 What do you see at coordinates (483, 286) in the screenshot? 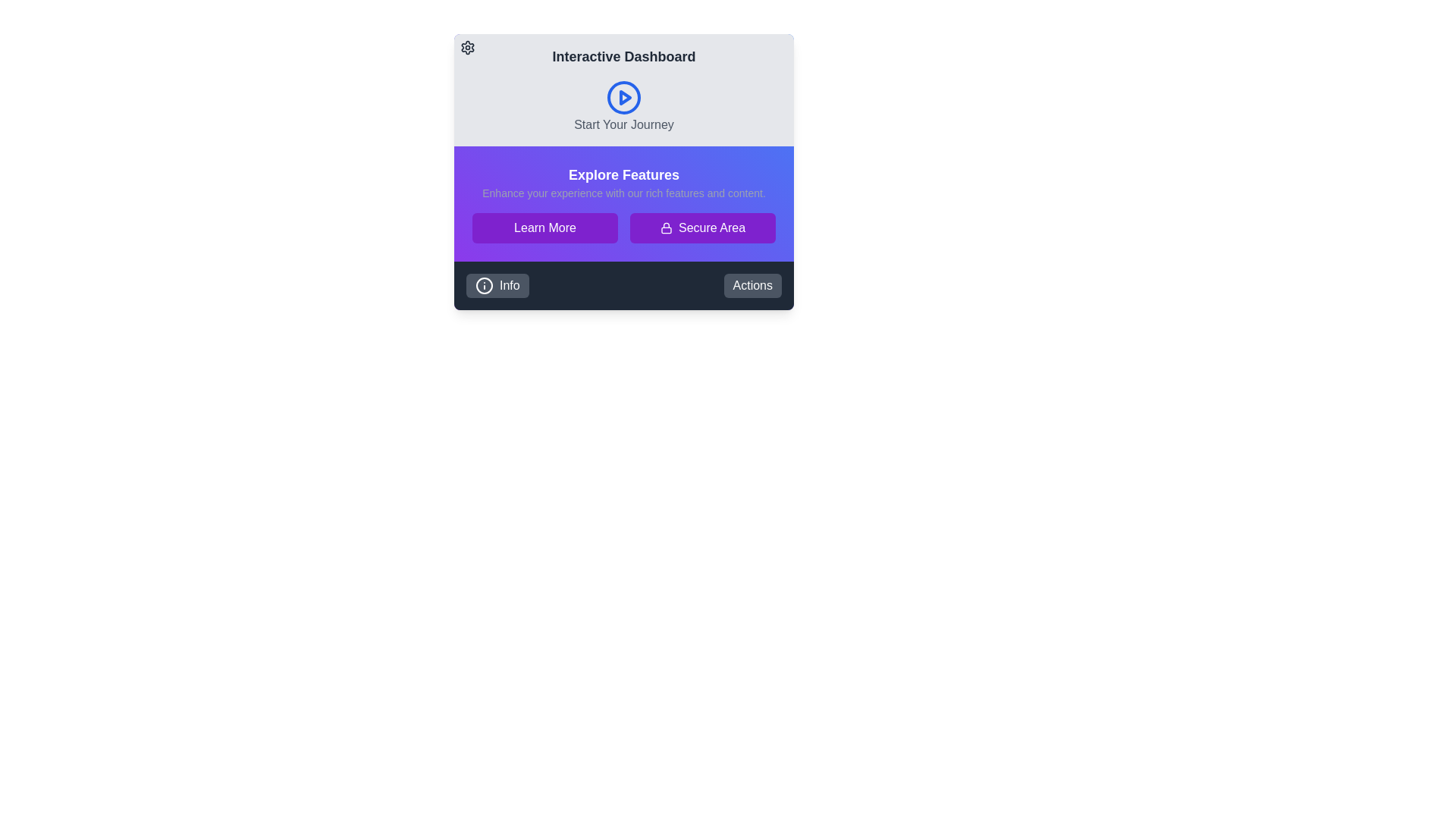
I see `the 'Info' button which contains the informational icon located in the bottom-left corner of the card-like component` at bounding box center [483, 286].